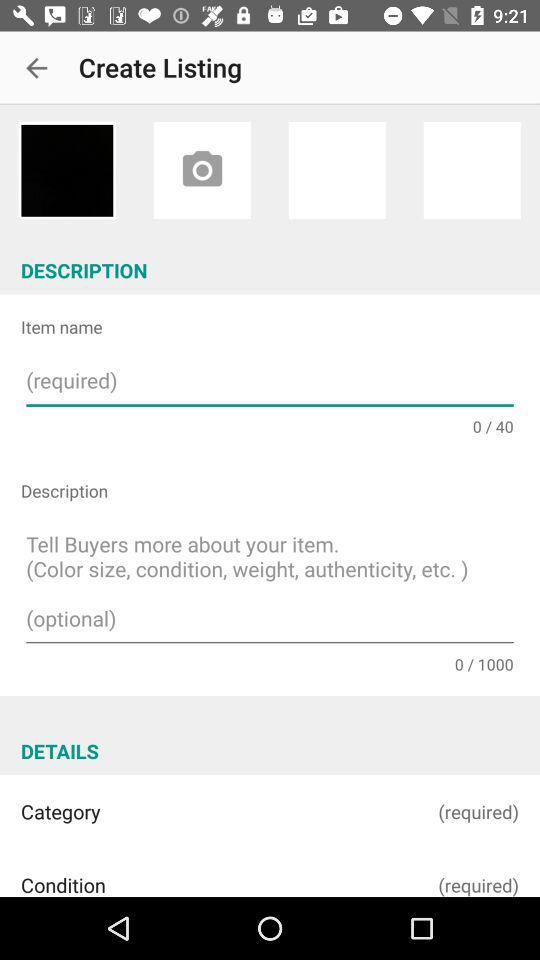 This screenshot has height=960, width=540. What do you see at coordinates (36, 68) in the screenshot?
I see `the app to the left of the create listing item` at bounding box center [36, 68].